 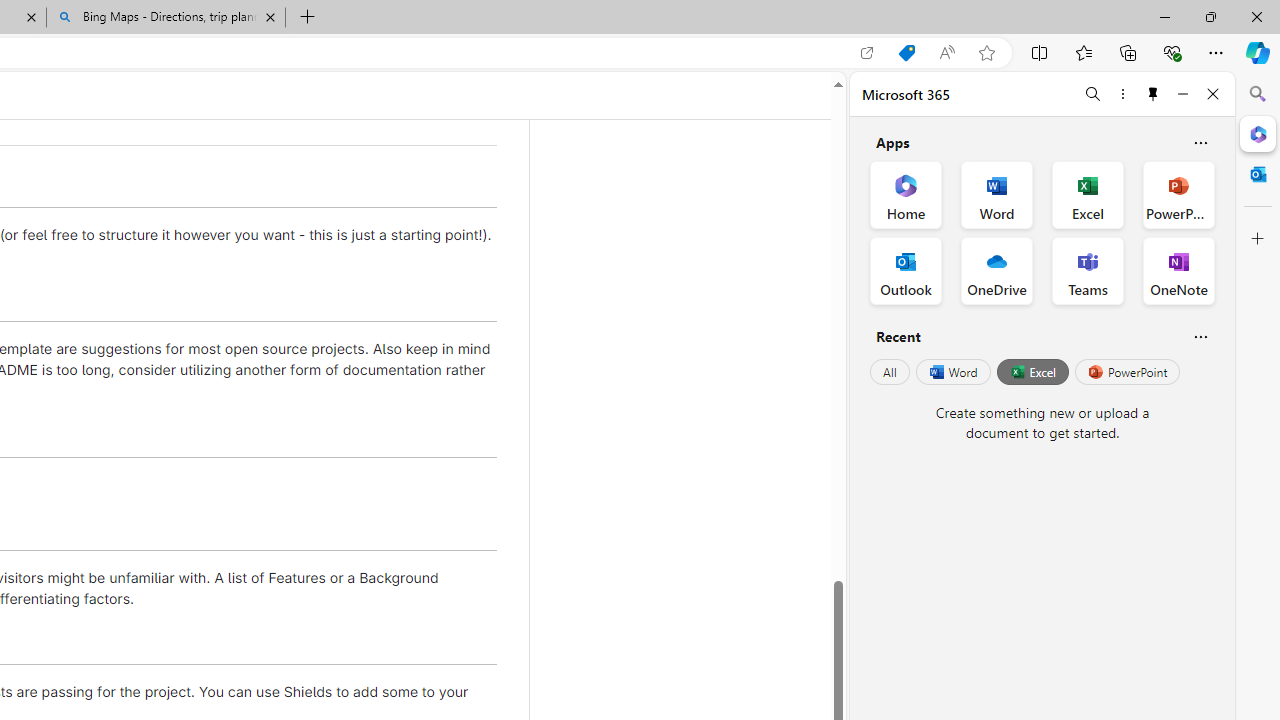 I want to click on 'Word Office App', so click(x=997, y=195).